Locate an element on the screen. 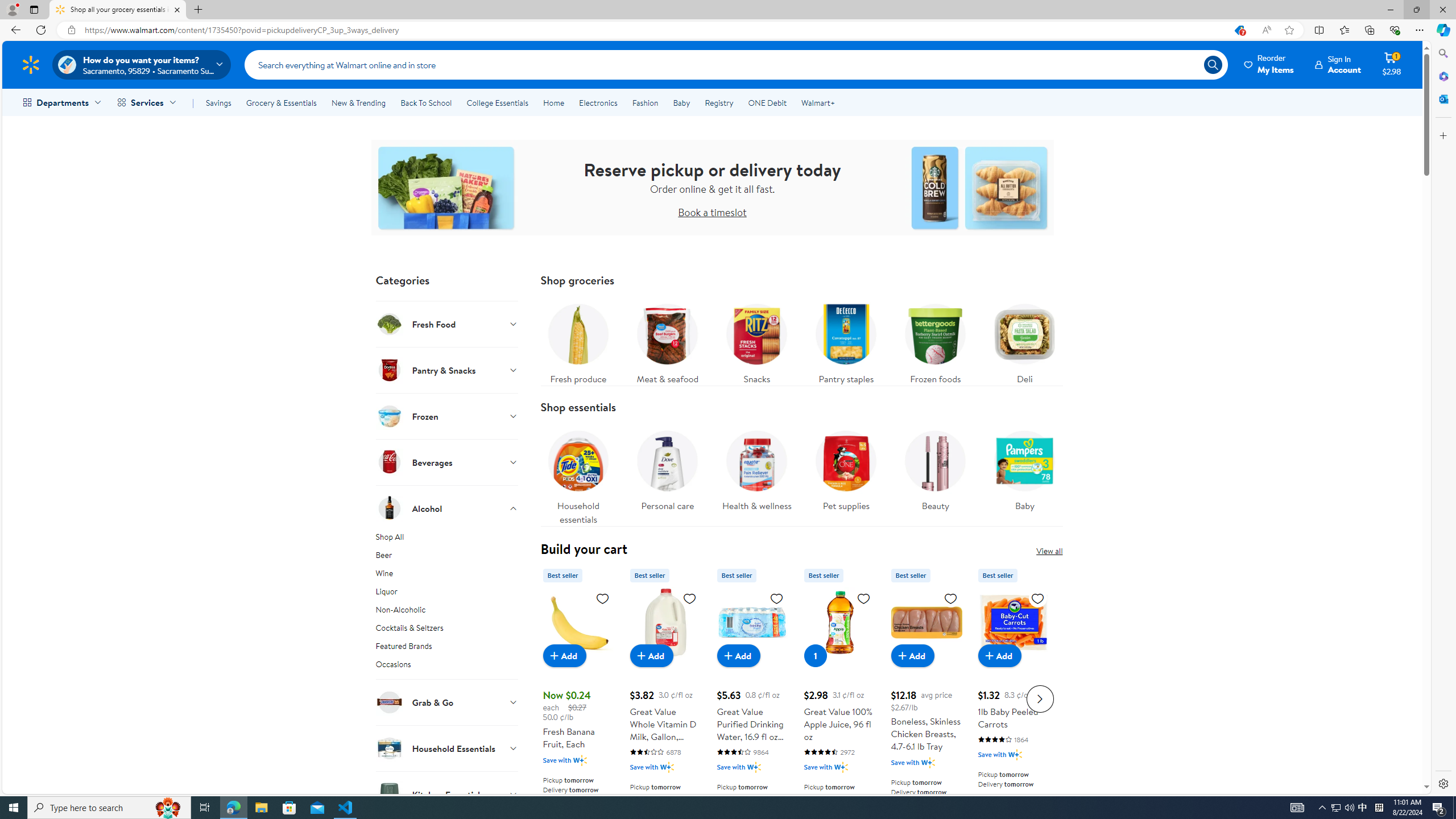 The width and height of the screenshot is (1456, 819). 'Savings' is located at coordinates (218, 102).